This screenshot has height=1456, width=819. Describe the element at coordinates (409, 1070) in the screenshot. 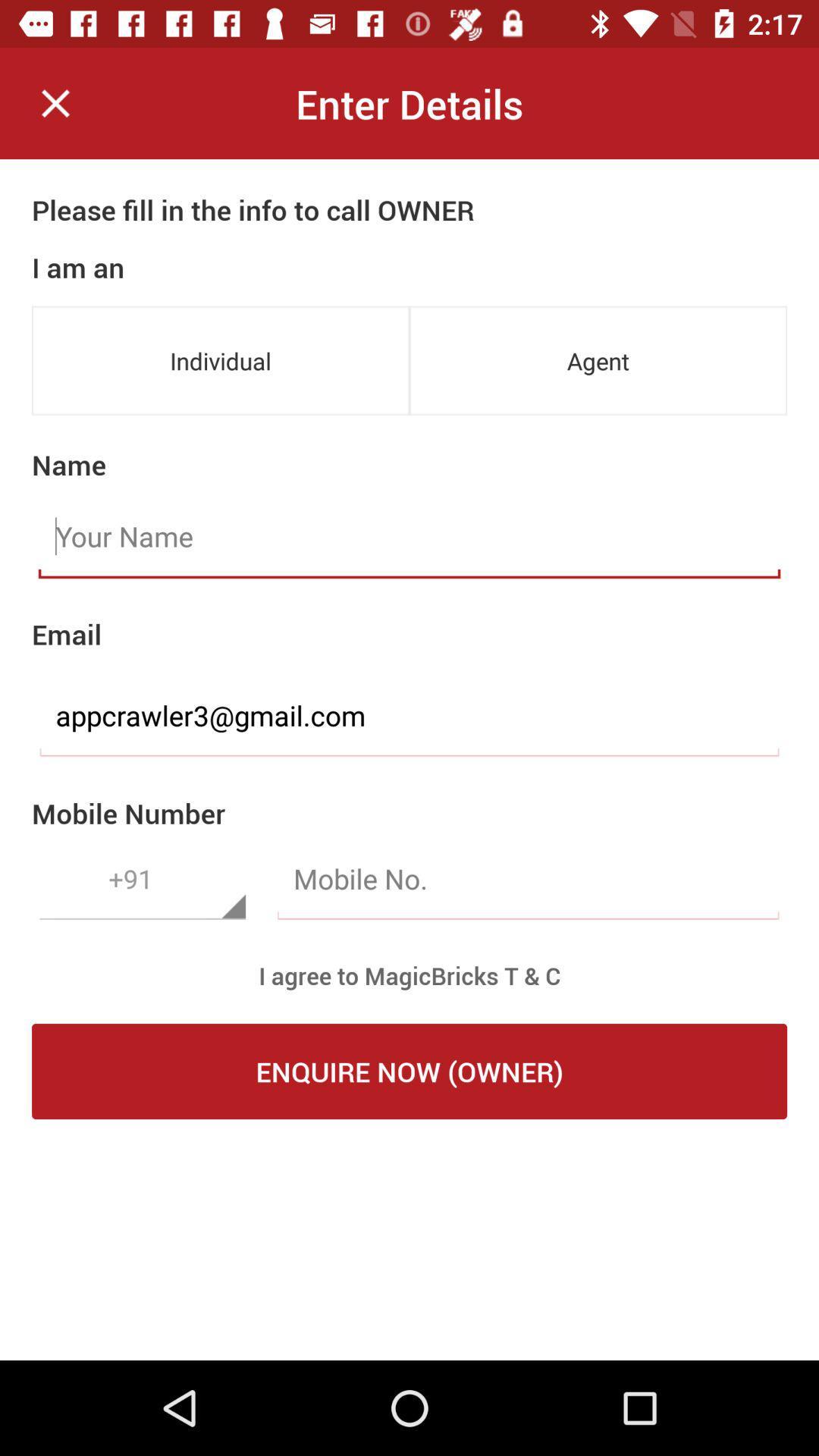

I see `the enquire now (owner)` at that location.